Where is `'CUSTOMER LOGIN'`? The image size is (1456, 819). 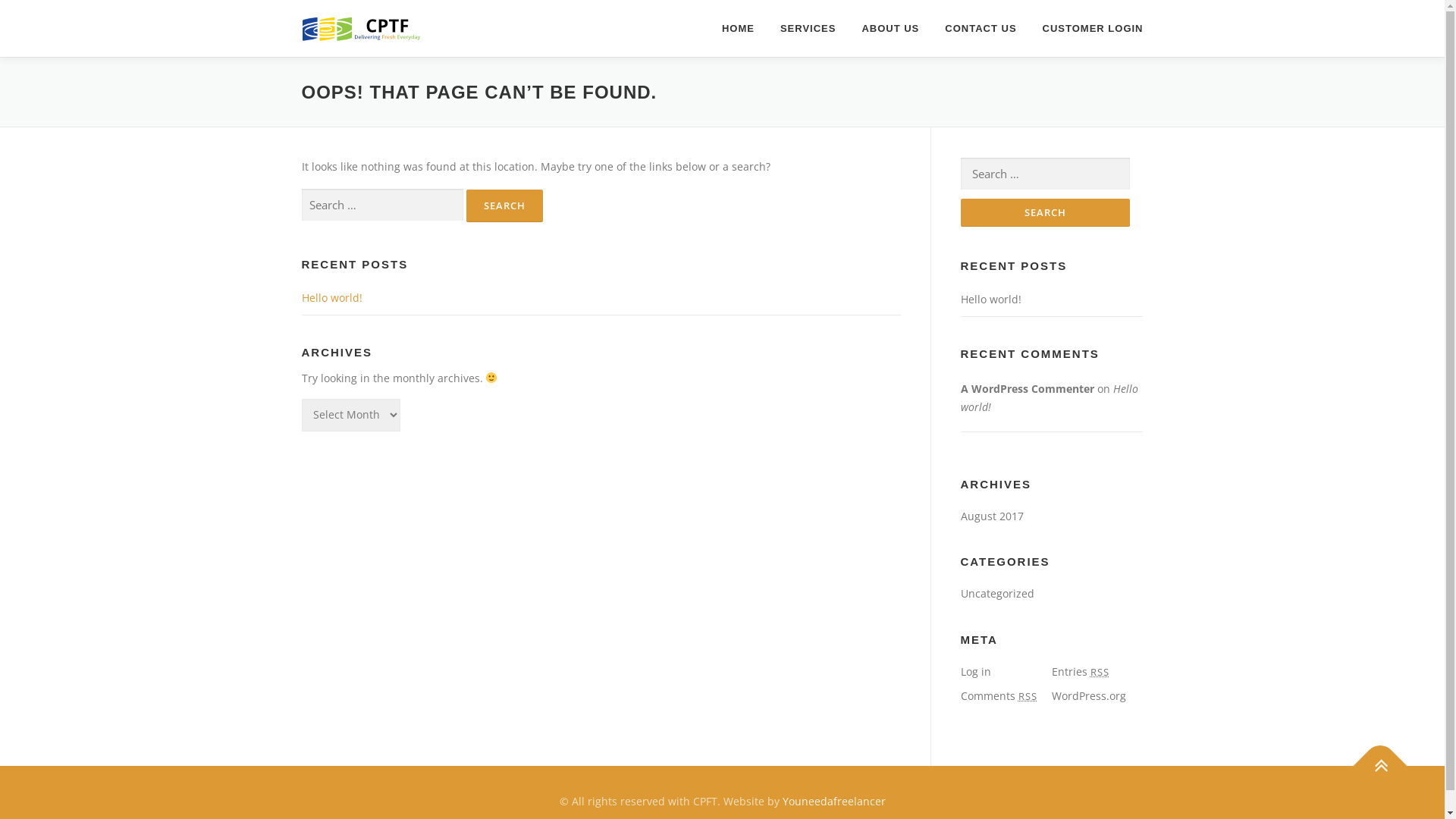 'CUSTOMER LOGIN' is located at coordinates (1086, 28).